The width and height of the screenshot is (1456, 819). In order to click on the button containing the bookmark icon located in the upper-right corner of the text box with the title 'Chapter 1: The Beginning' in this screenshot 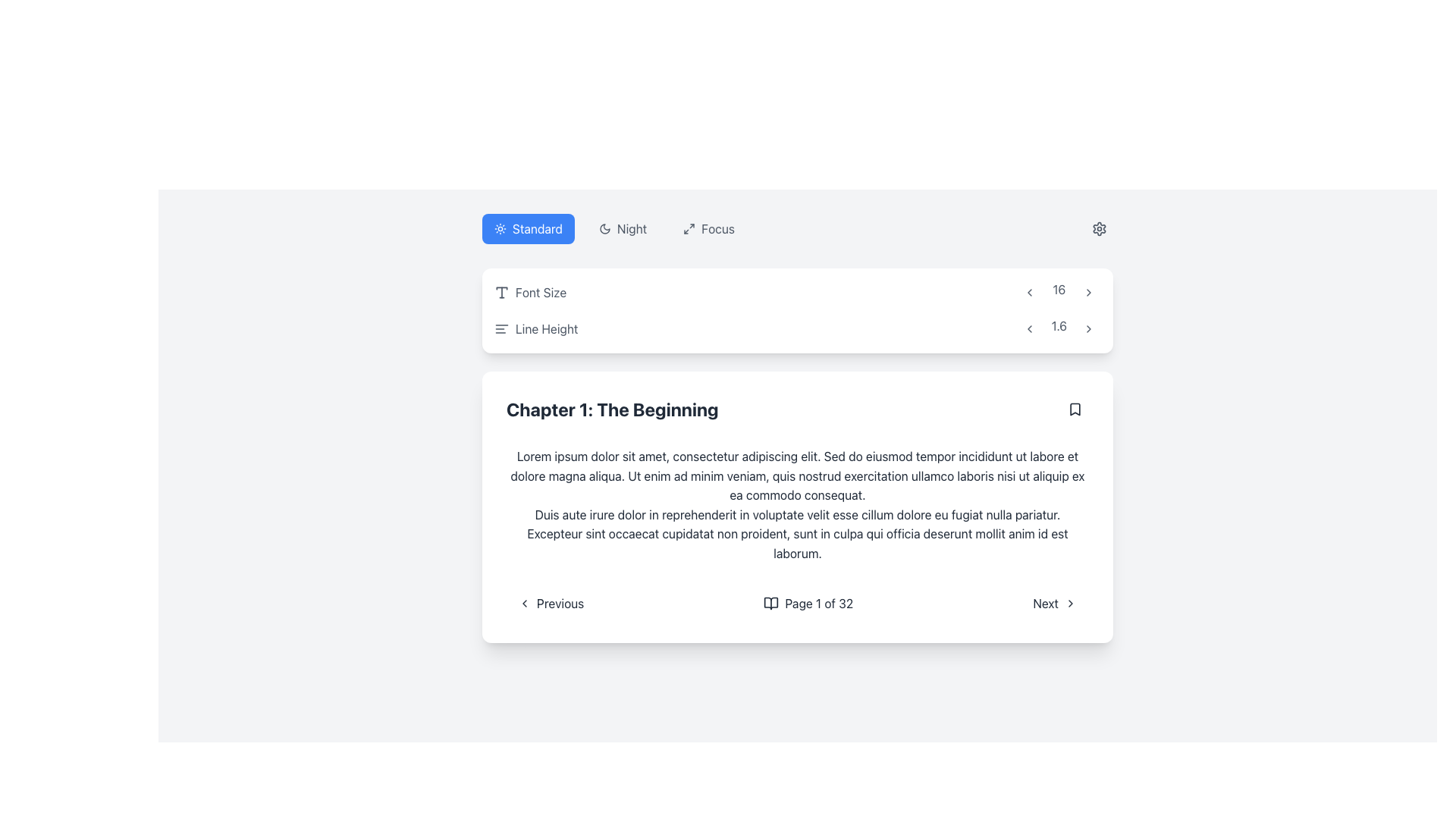, I will do `click(1074, 409)`.